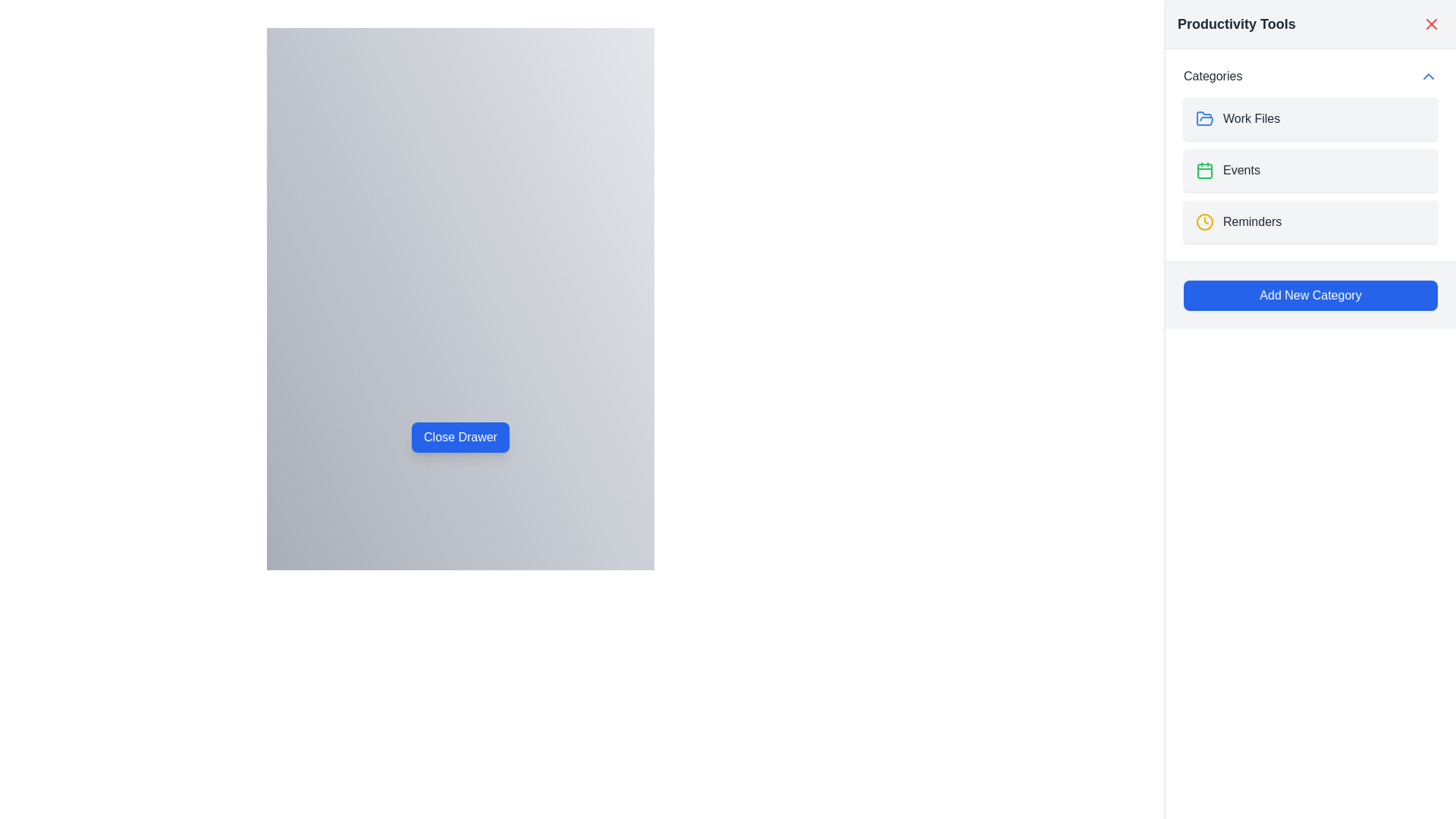  Describe the element at coordinates (1310, 170) in the screenshot. I see `the 'Events' menu item in the 'Categories' list` at that location.